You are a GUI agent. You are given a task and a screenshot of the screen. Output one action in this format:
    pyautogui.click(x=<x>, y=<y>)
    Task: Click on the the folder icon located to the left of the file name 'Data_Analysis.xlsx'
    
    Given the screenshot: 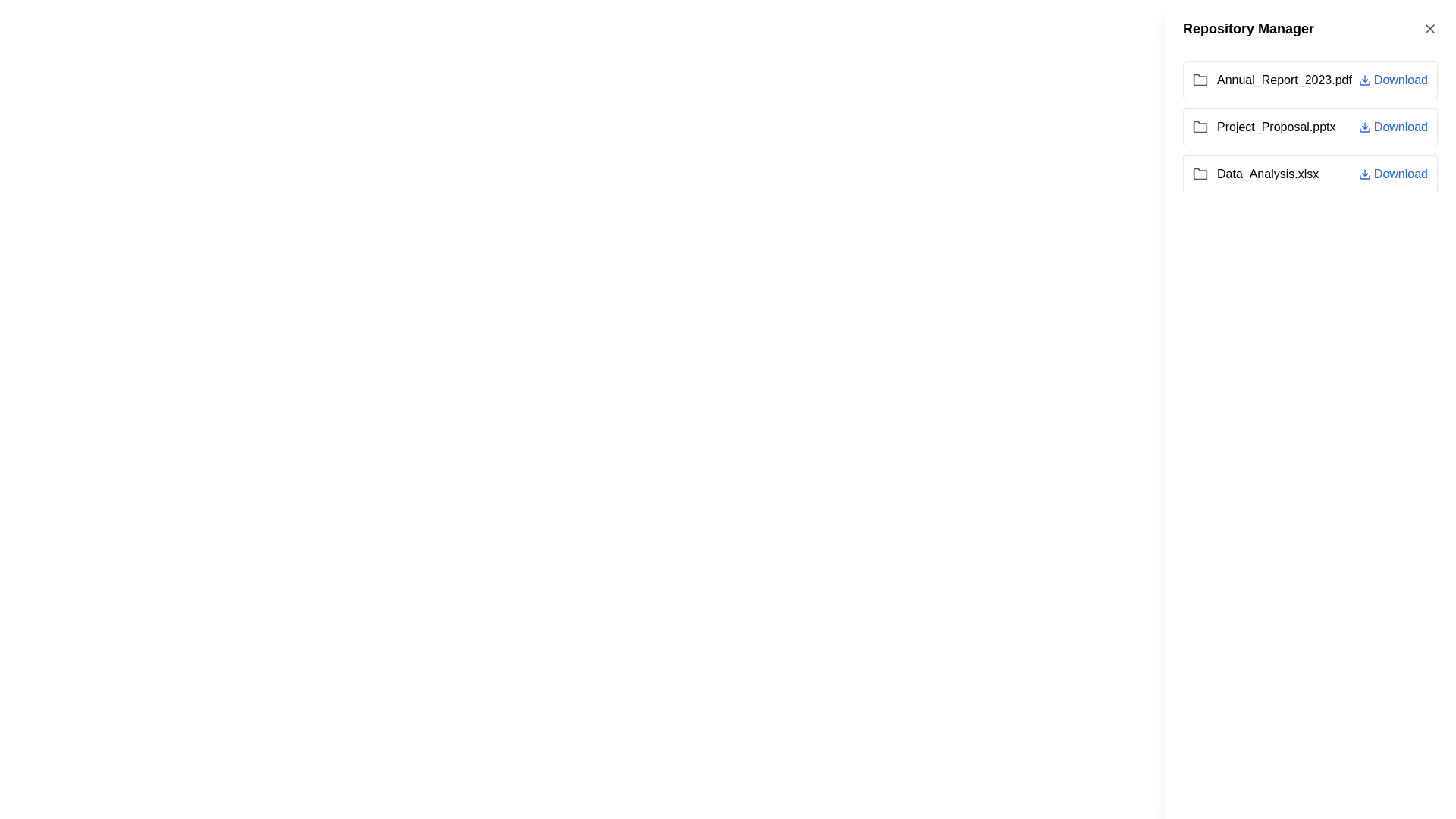 What is the action you would take?
    pyautogui.click(x=1200, y=174)
    